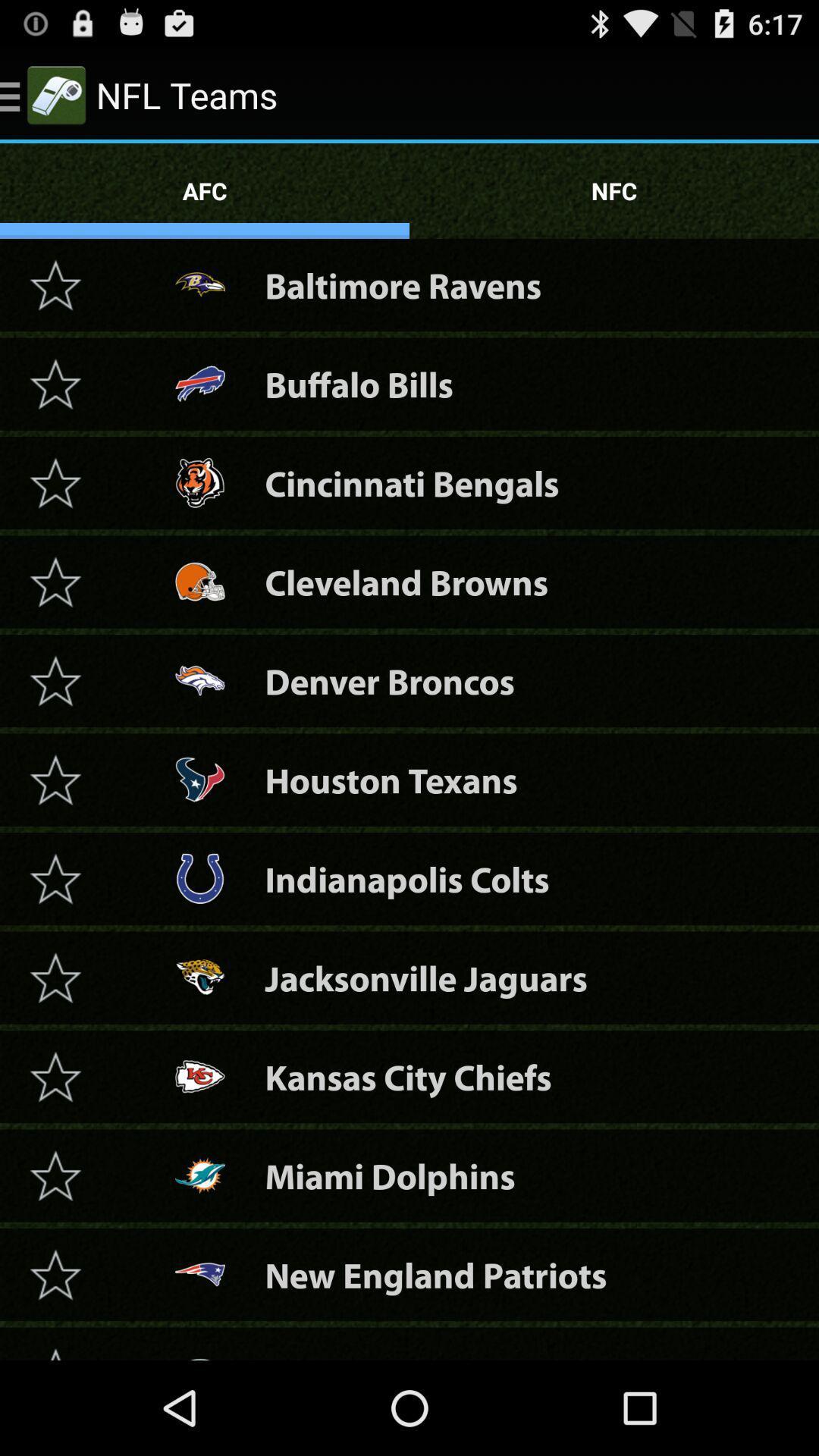 Image resolution: width=819 pixels, height=1456 pixels. Describe the element at coordinates (55, 482) in the screenshot. I see `bengals` at that location.